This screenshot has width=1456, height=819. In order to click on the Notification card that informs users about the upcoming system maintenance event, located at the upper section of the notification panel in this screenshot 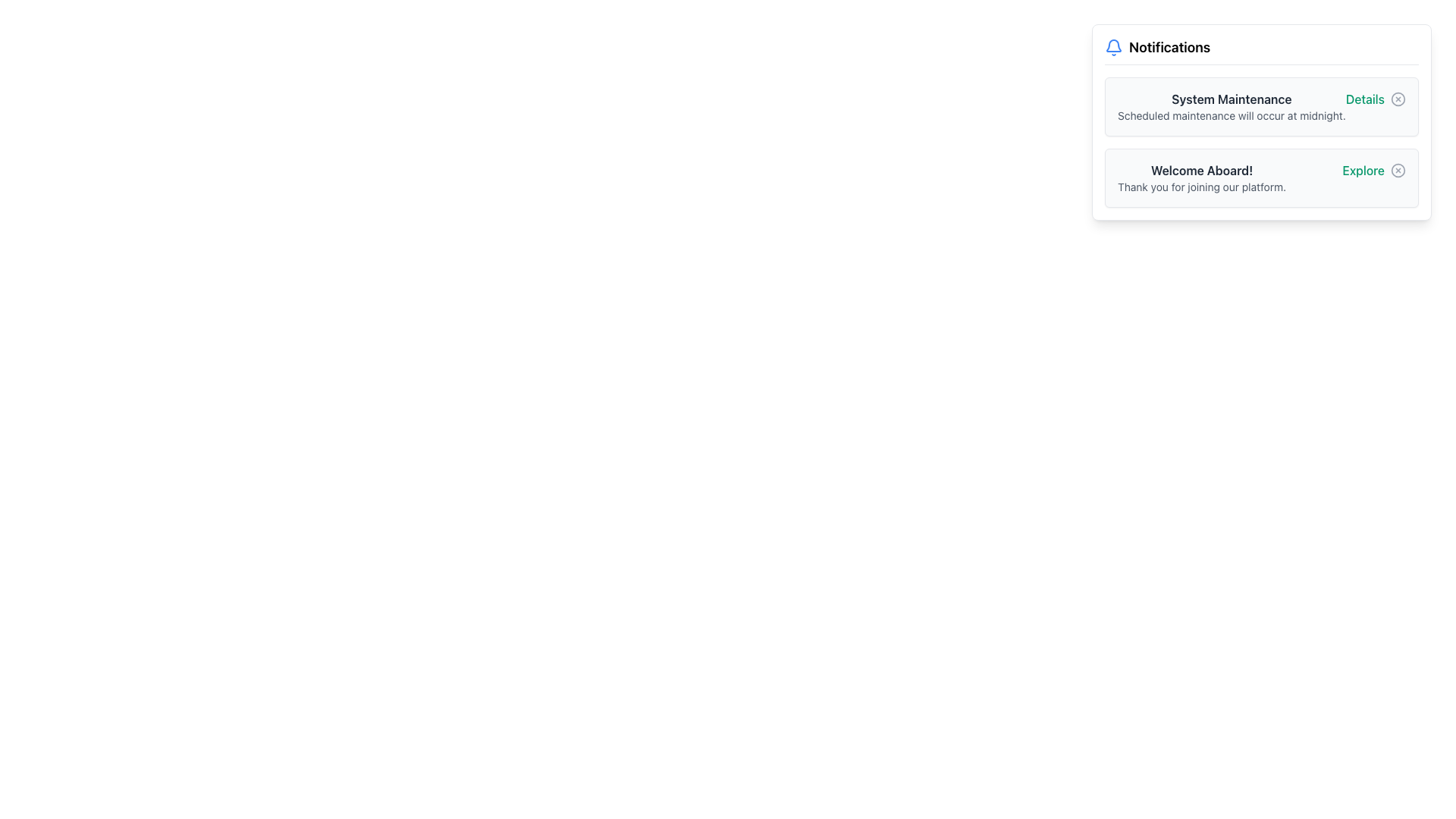, I will do `click(1262, 106)`.